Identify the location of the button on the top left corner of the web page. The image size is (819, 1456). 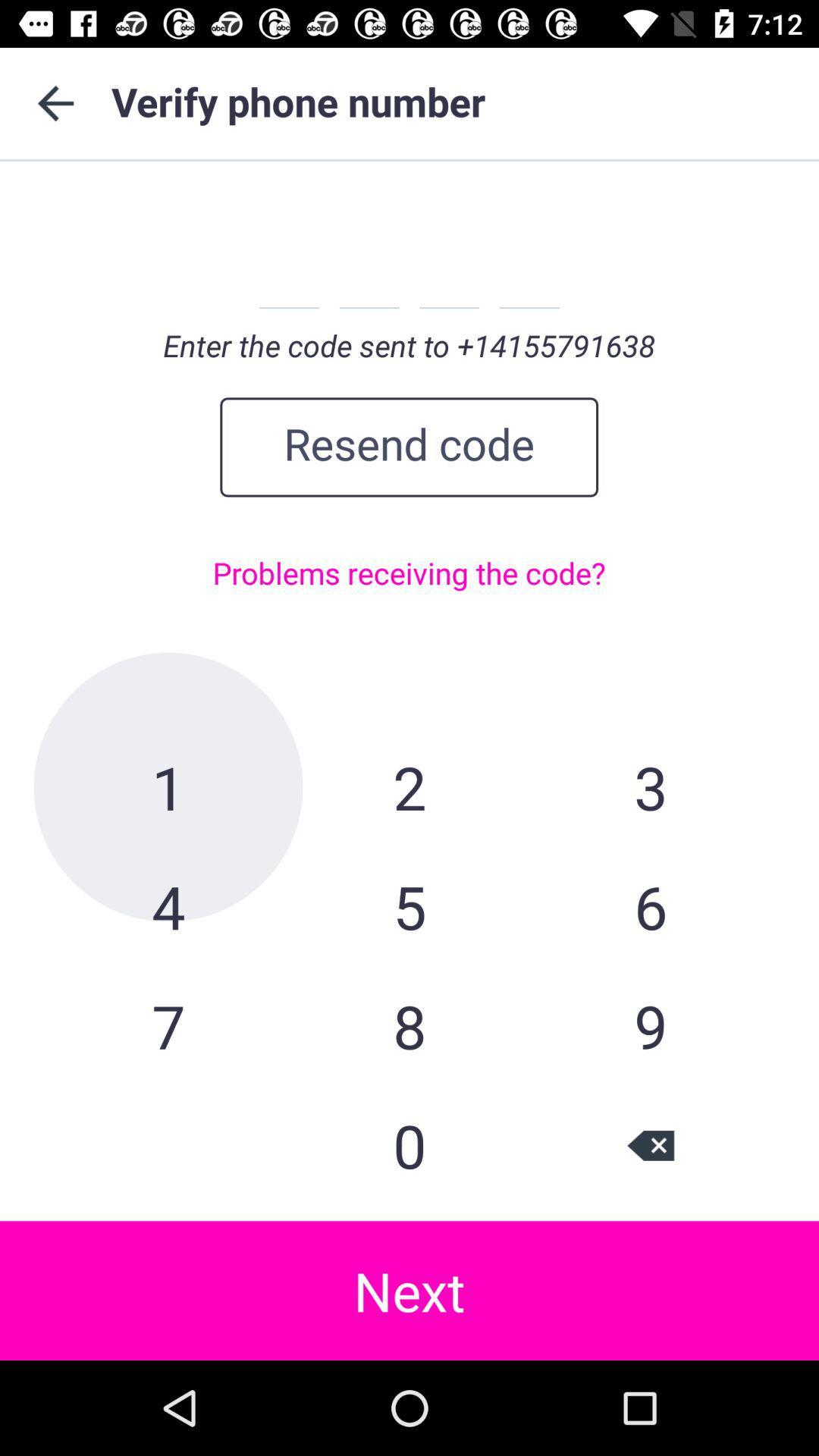
(55, 103).